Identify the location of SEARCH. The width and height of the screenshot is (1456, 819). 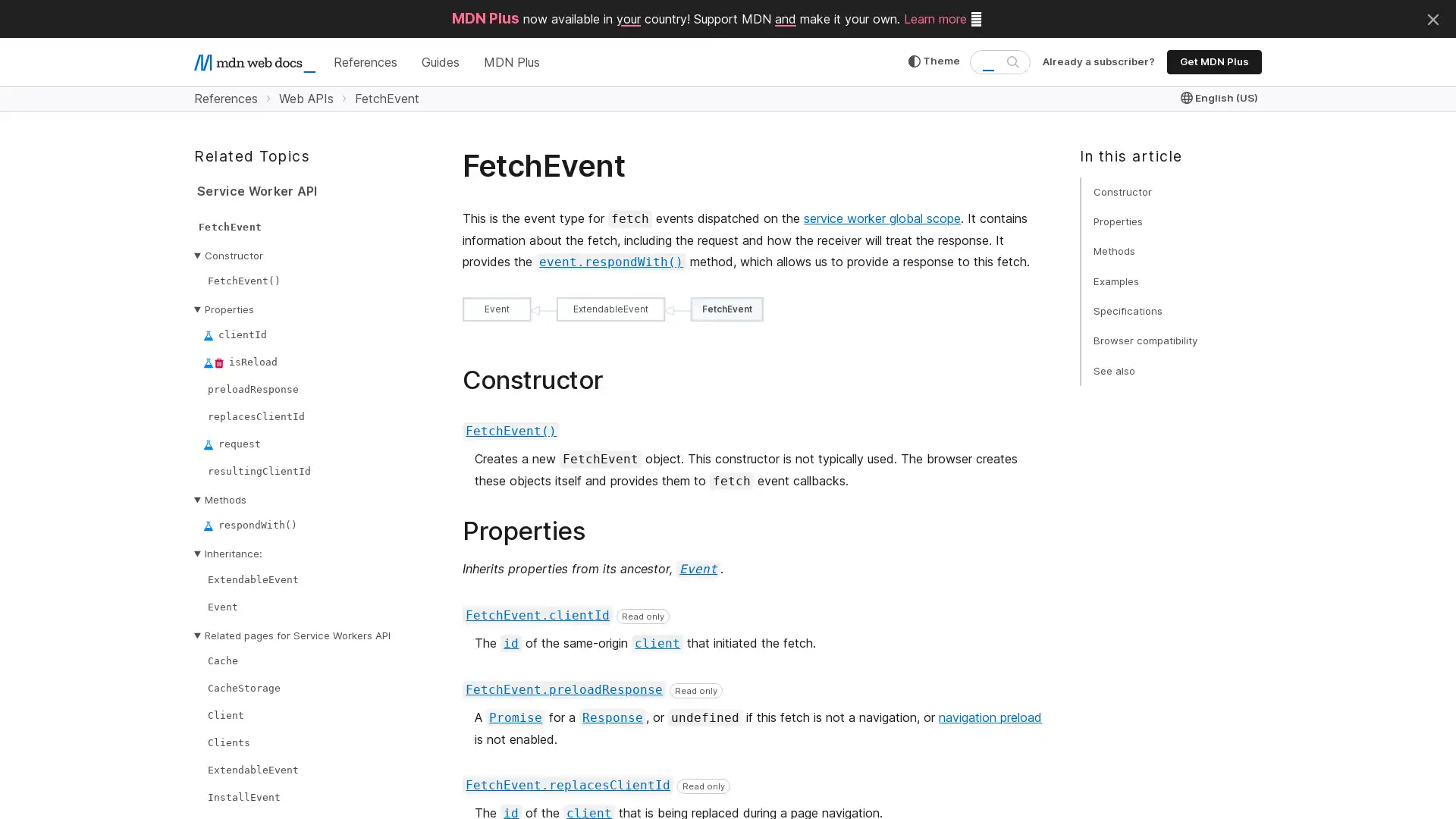
(1012, 61).